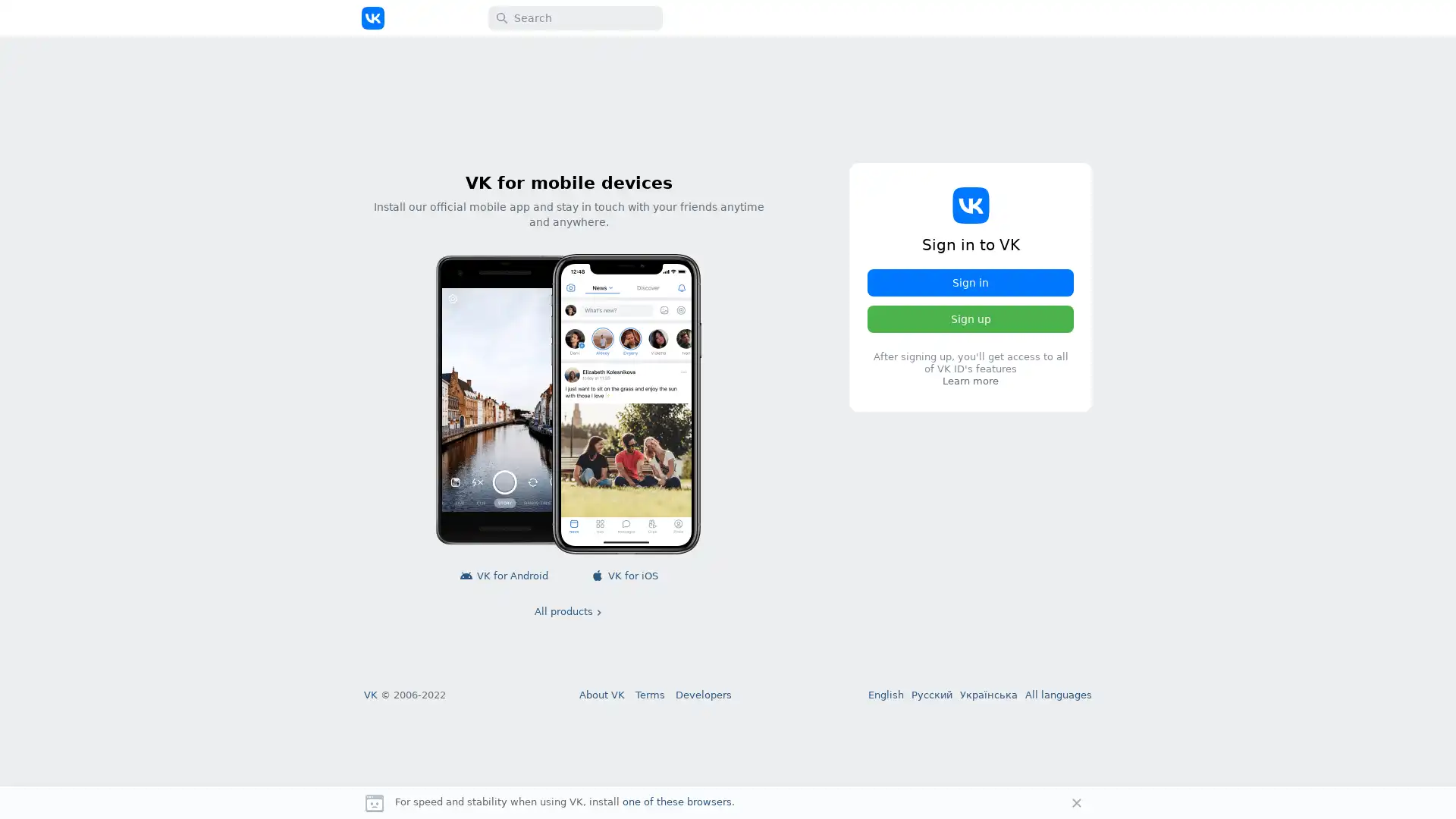 This screenshot has width=1456, height=819. Describe the element at coordinates (971, 318) in the screenshot. I see `Sign up` at that location.